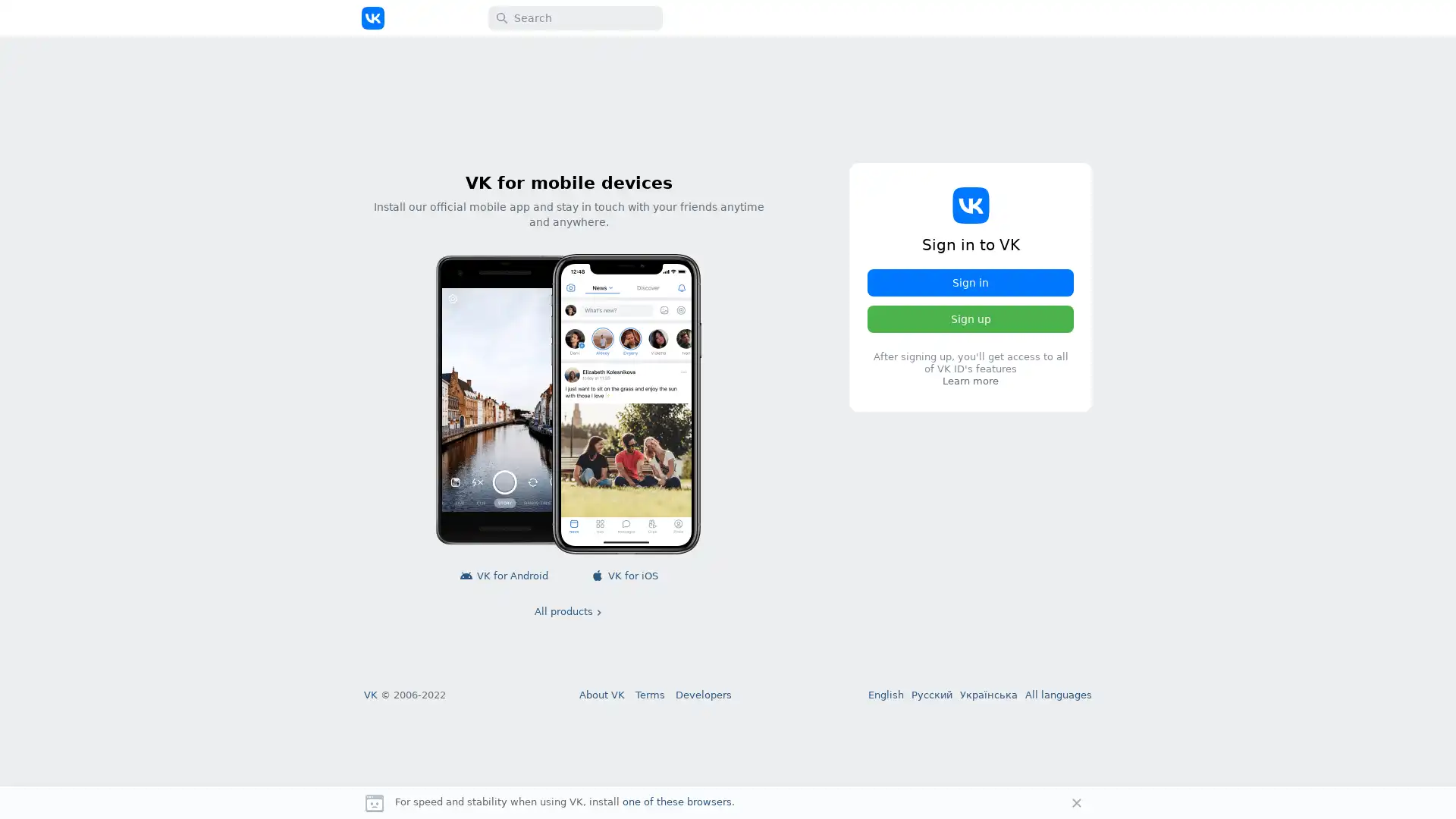 This screenshot has width=1456, height=819. Describe the element at coordinates (971, 318) in the screenshot. I see `Sign up` at that location.